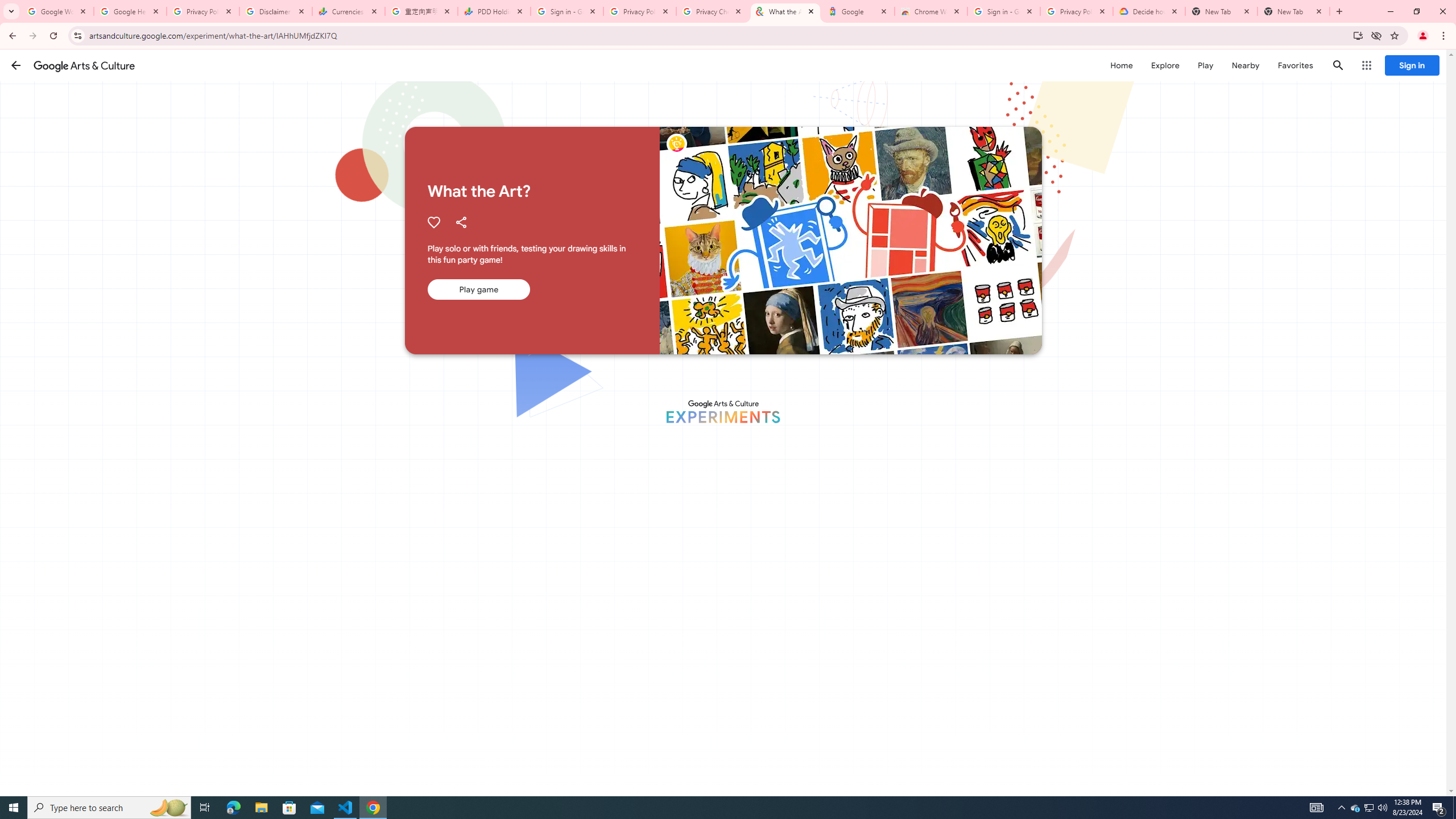 This screenshot has height=819, width=1456. I want to click on 'Sign in - Google Accounts', so click(1004, 11).